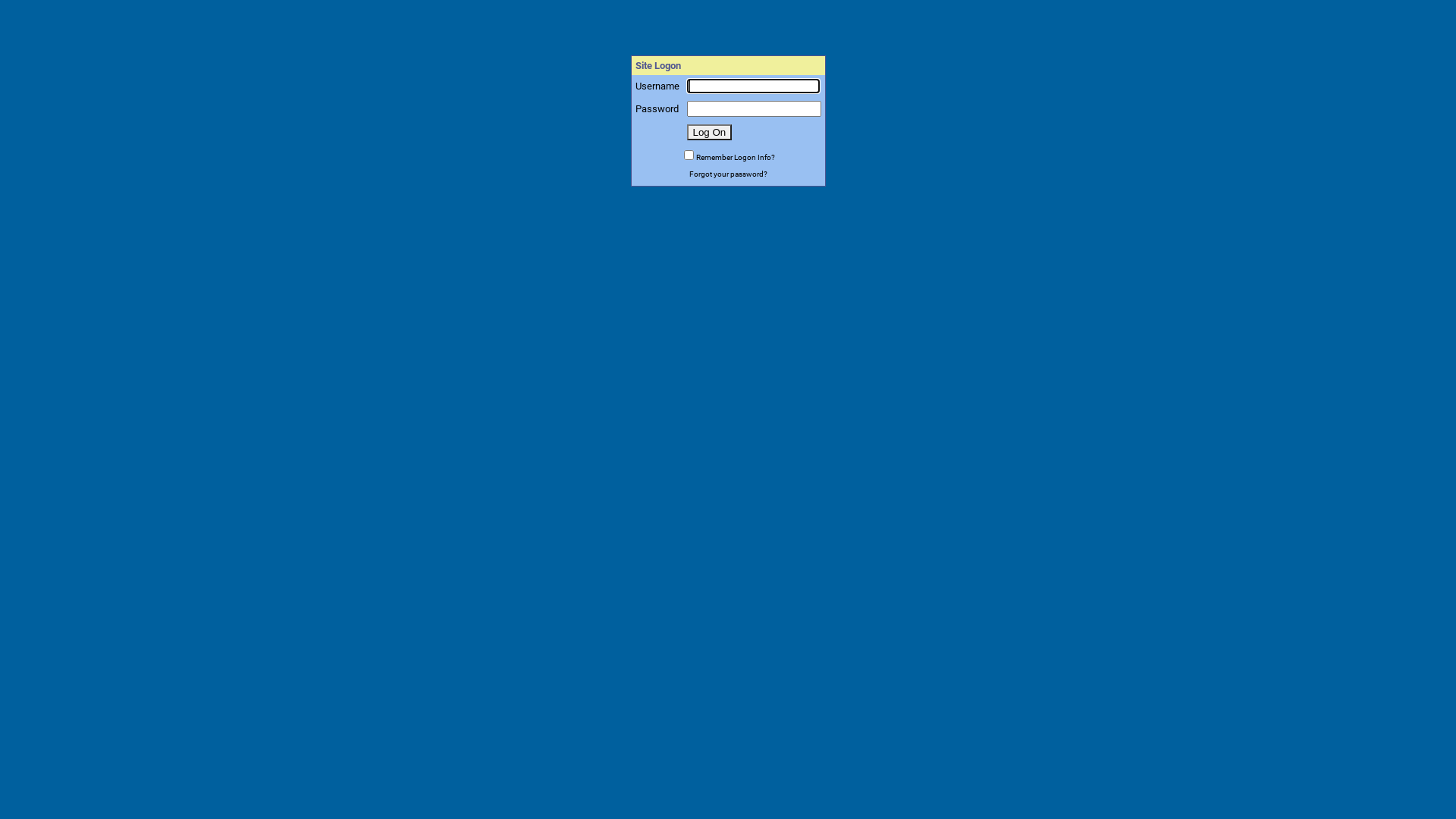  Describe the element at coordinates (726, 172) in the screenshot. I see `'Forgot your password?'` at that location.